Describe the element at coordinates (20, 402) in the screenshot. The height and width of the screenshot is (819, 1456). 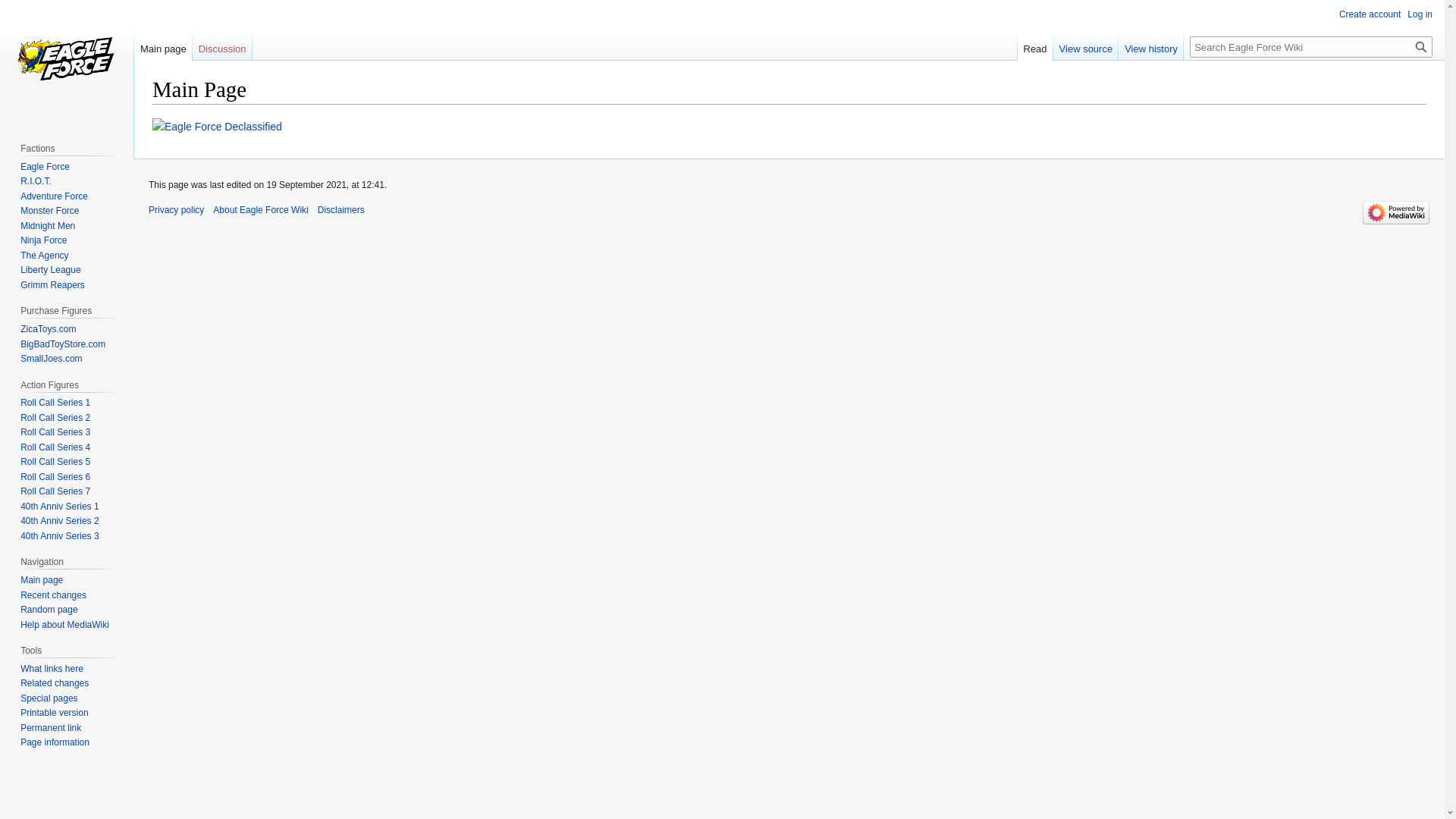
I see `'Roll Call Series 1'` at that location.